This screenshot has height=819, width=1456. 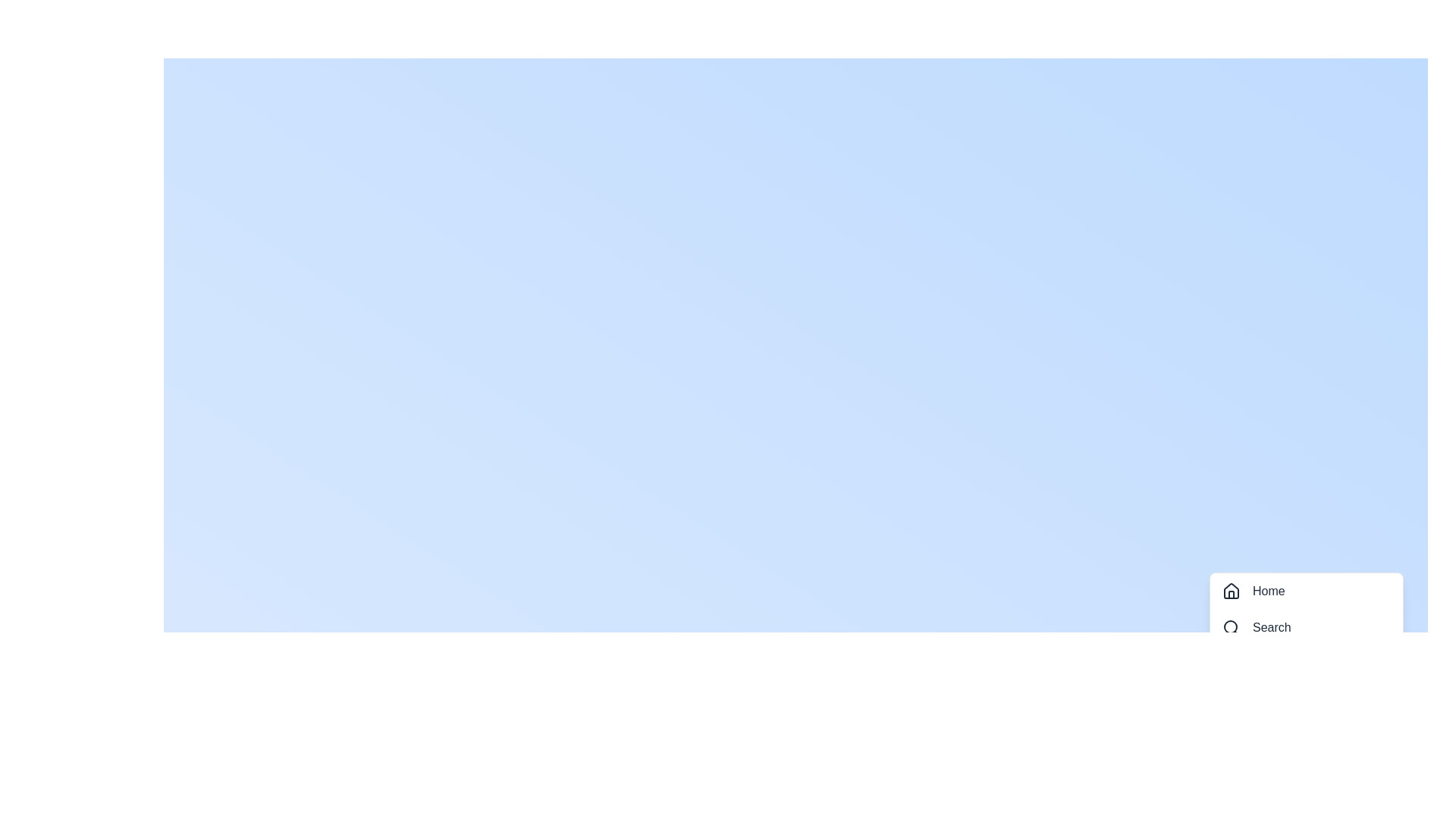 What do you see at coordinates (1269, 590) in the screenshot?
I see `the text label that provides descriptive context for the adjacent home icon in the navigation item` at bounding box center [1269, 590].